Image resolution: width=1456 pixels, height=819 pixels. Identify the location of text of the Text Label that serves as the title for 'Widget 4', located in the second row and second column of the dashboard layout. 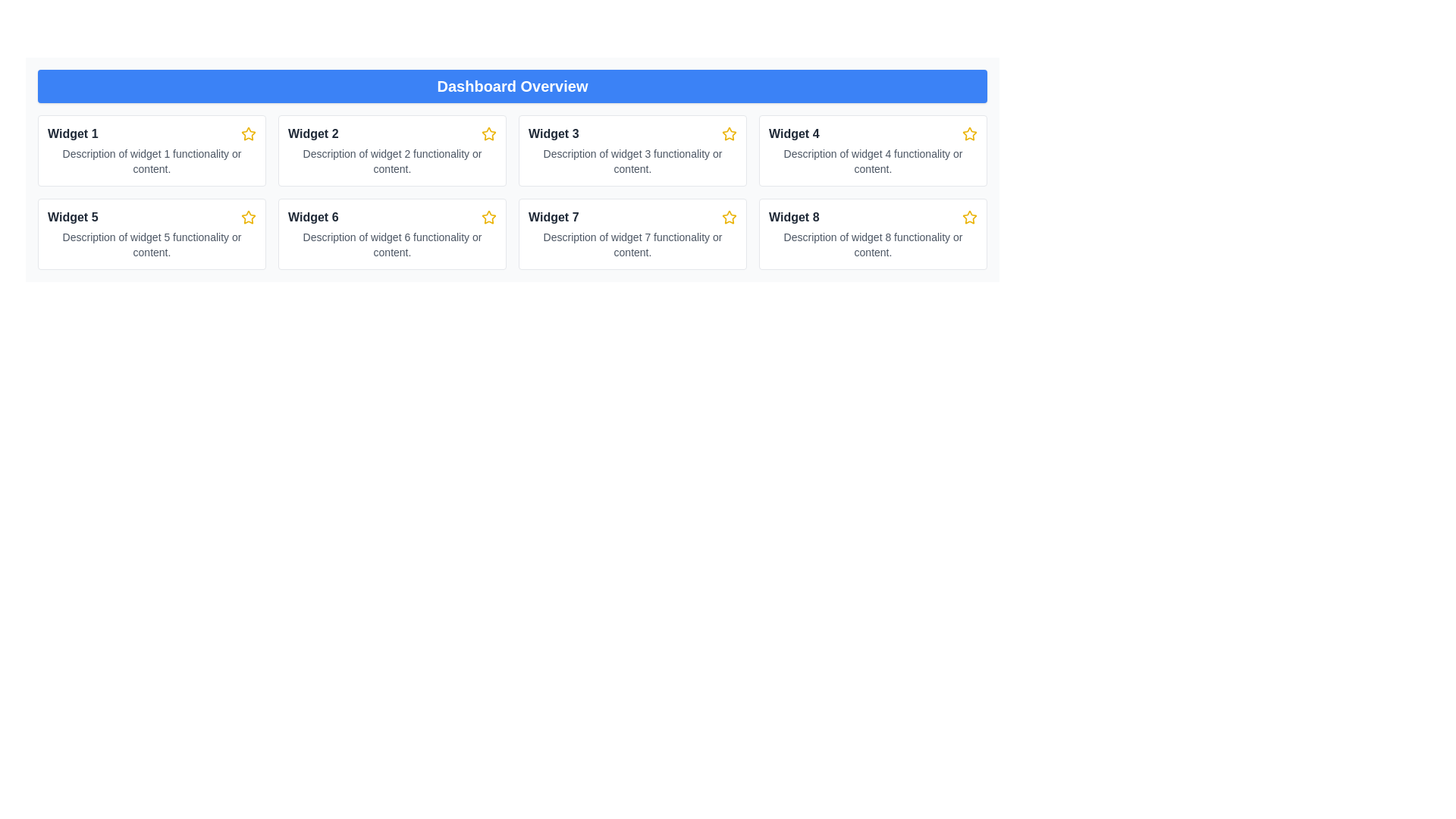
(793, 133).